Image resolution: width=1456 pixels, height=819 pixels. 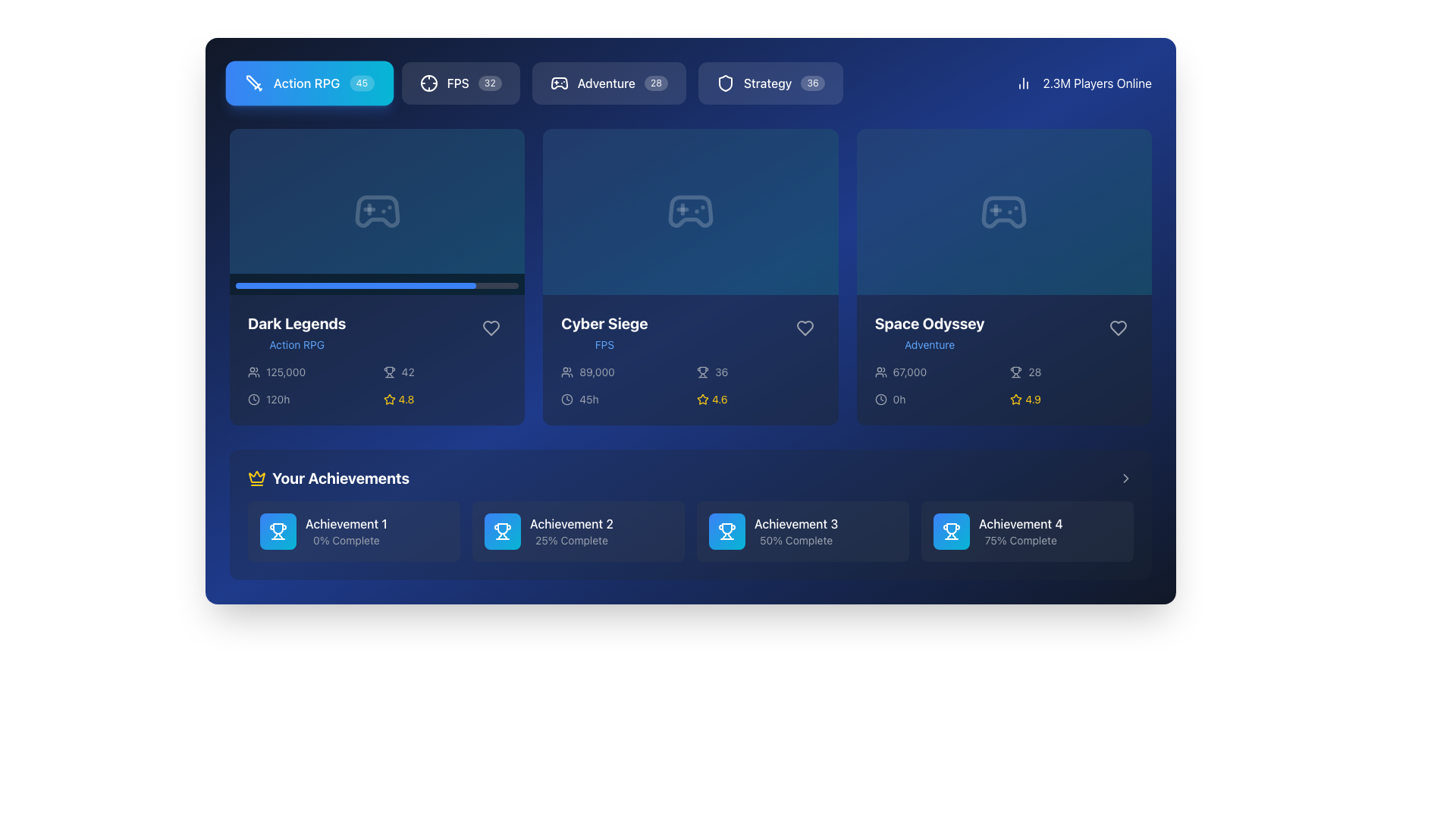 What do you see at coordinates (758, 398) in the screenshot?
I see `static rating display for the game 'Cyber Siege', which shows a yellow star icon and the numeric rating value '4.6'` at bounding box center [758, 398].